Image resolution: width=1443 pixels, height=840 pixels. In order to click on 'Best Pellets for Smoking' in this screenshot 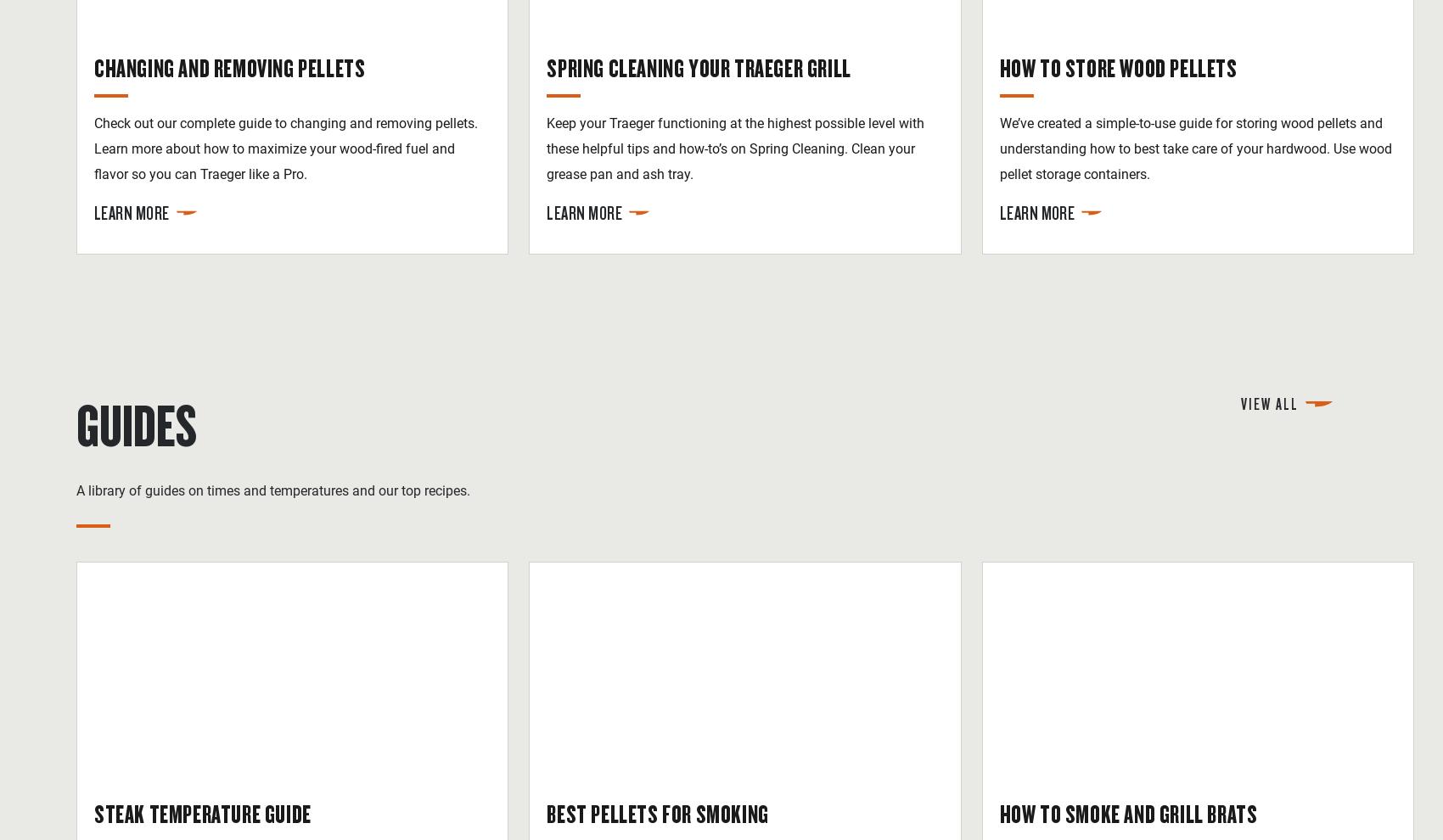, I will do `click(546, 813)`.